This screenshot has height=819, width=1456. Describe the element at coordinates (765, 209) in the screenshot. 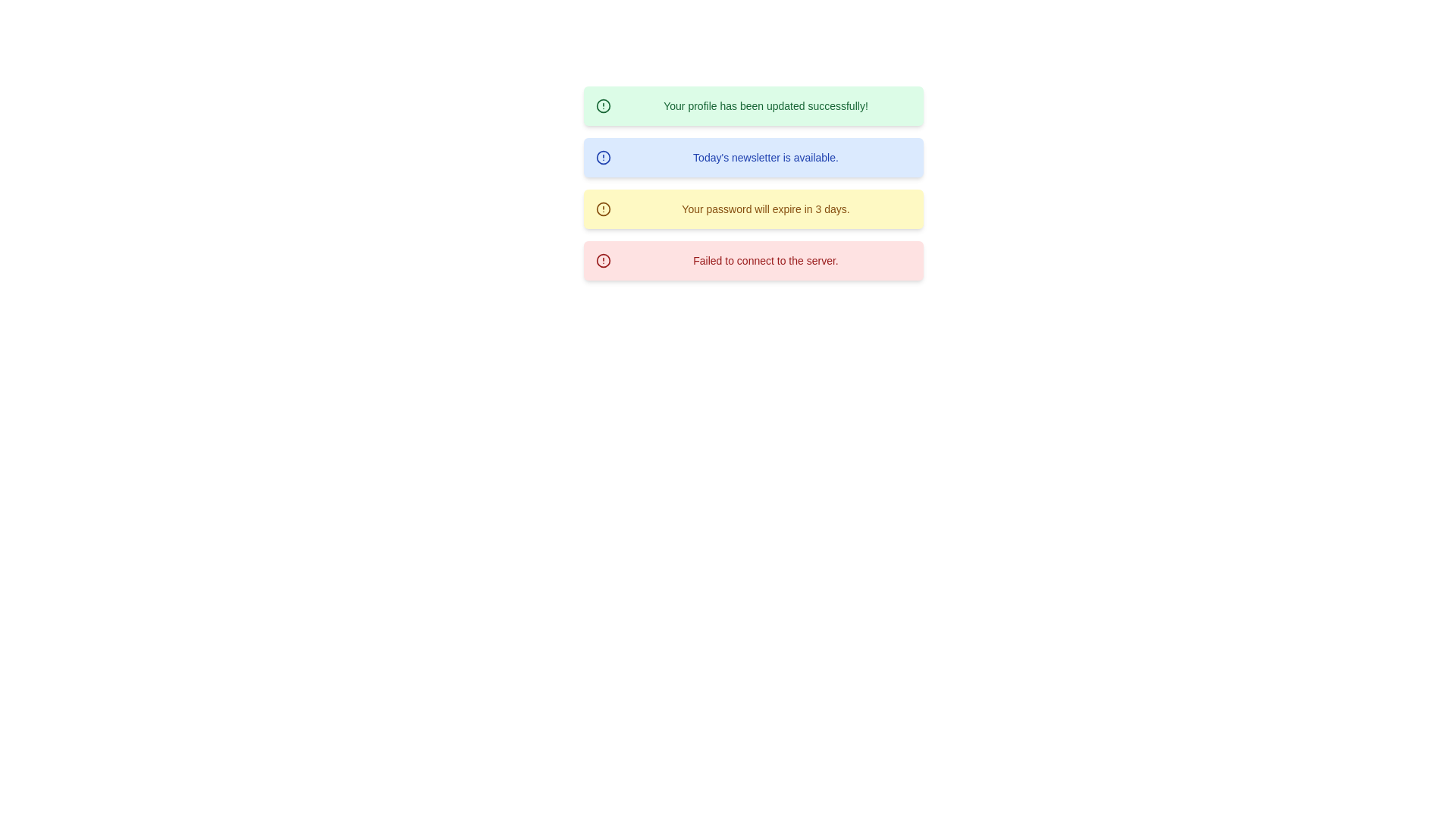

I see `notification text about password expiration status, which is centrally placed in the third notification panel, between a newsletter panel and a connection issue panel` at that location.